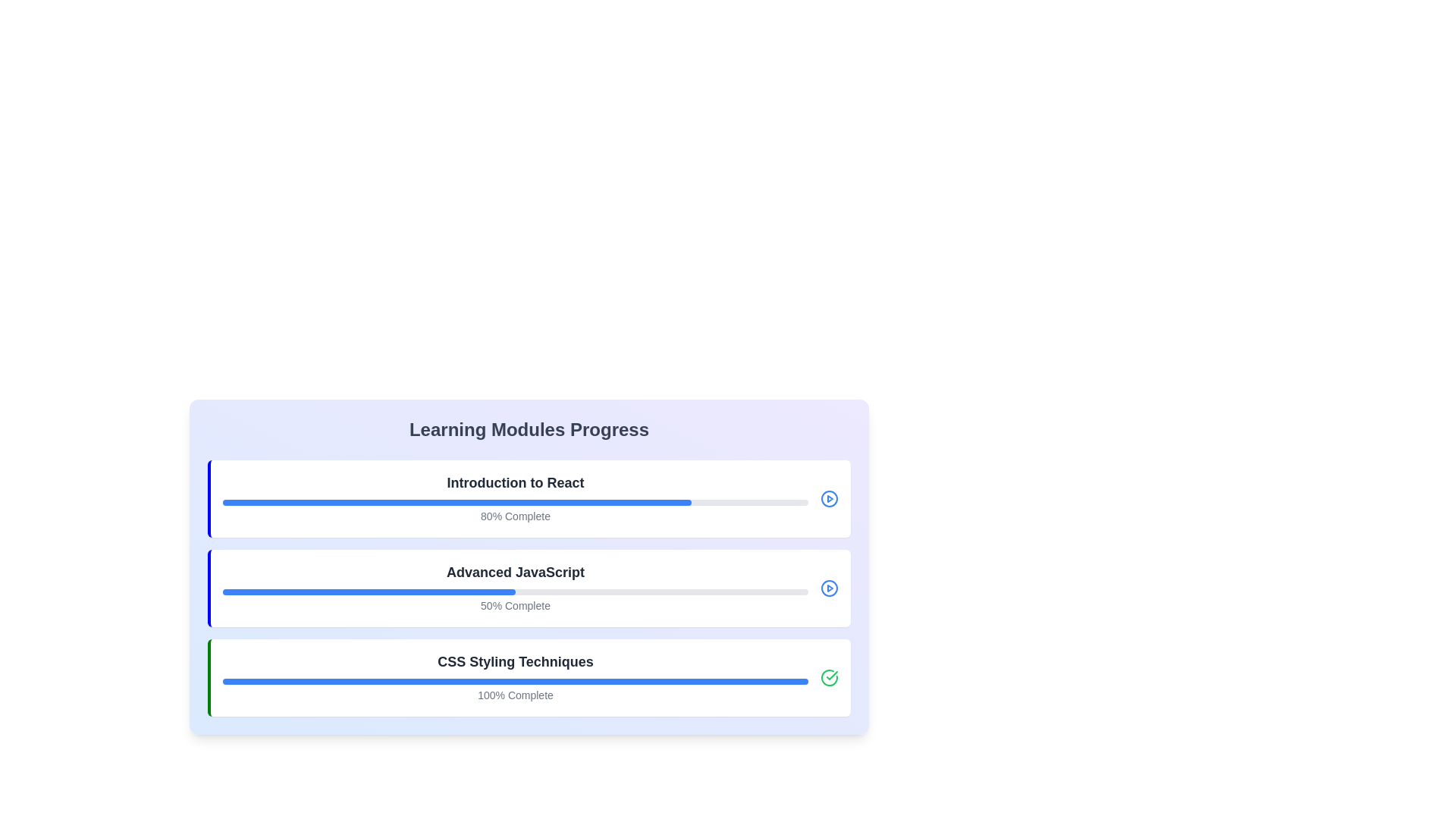 The width and height of the screenshot is (1456, 819). What do you see at coordinates (516, 503) in the screenshot?
I see `the progress bar element that is styled with a gray background and a blue foreground, indicating 80% completion, located below the text 'Introduction to React' and above '80% Complete'` at bounding box center [516, 503].